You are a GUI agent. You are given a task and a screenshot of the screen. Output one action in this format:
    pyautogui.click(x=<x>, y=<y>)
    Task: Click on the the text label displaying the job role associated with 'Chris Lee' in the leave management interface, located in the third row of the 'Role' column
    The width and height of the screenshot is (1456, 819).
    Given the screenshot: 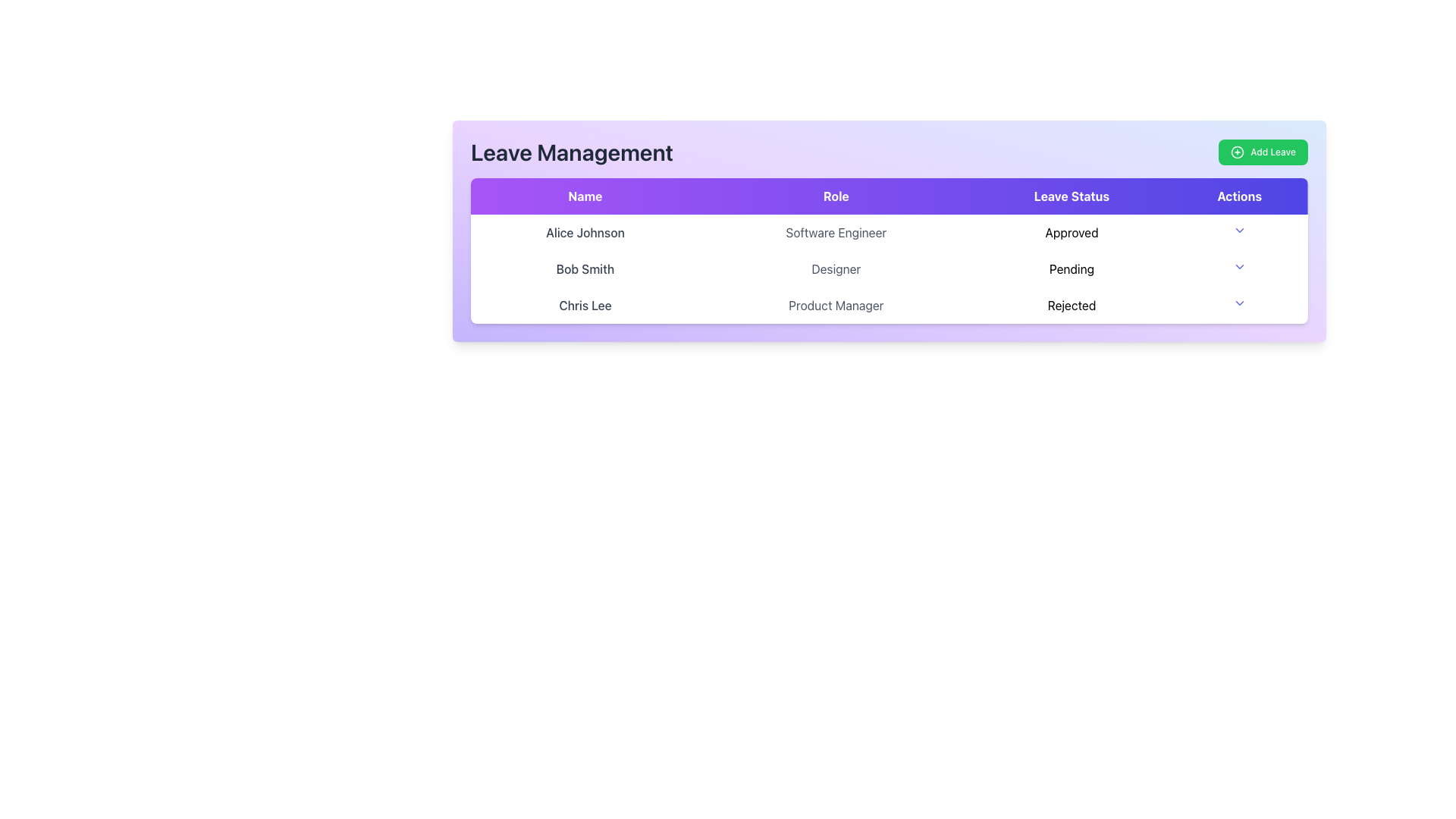 What is the action you would take?
    pyautogui.click(x=835, y=305)
    